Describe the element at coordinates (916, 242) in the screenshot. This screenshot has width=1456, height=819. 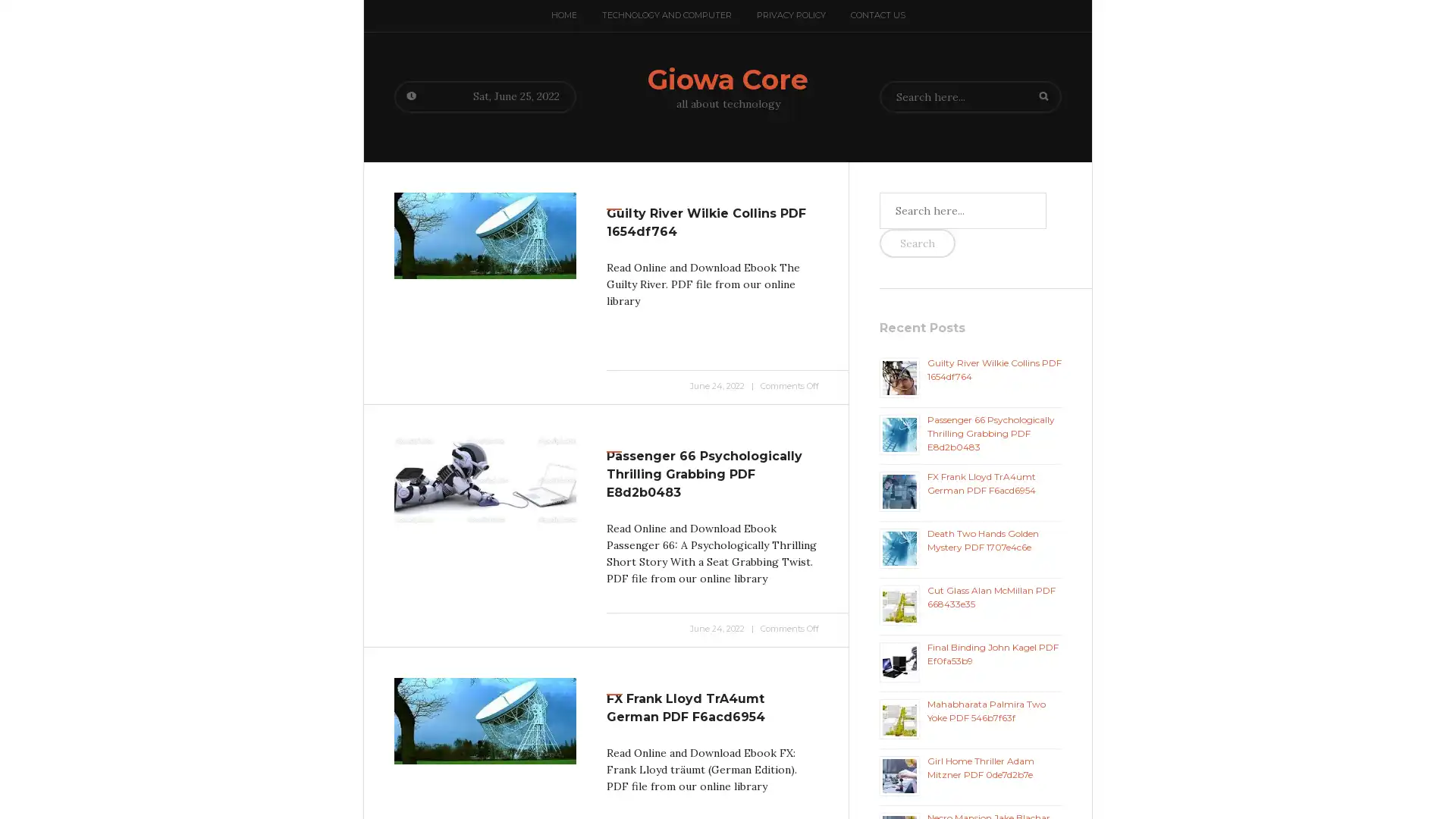
I see `Search` at that location.